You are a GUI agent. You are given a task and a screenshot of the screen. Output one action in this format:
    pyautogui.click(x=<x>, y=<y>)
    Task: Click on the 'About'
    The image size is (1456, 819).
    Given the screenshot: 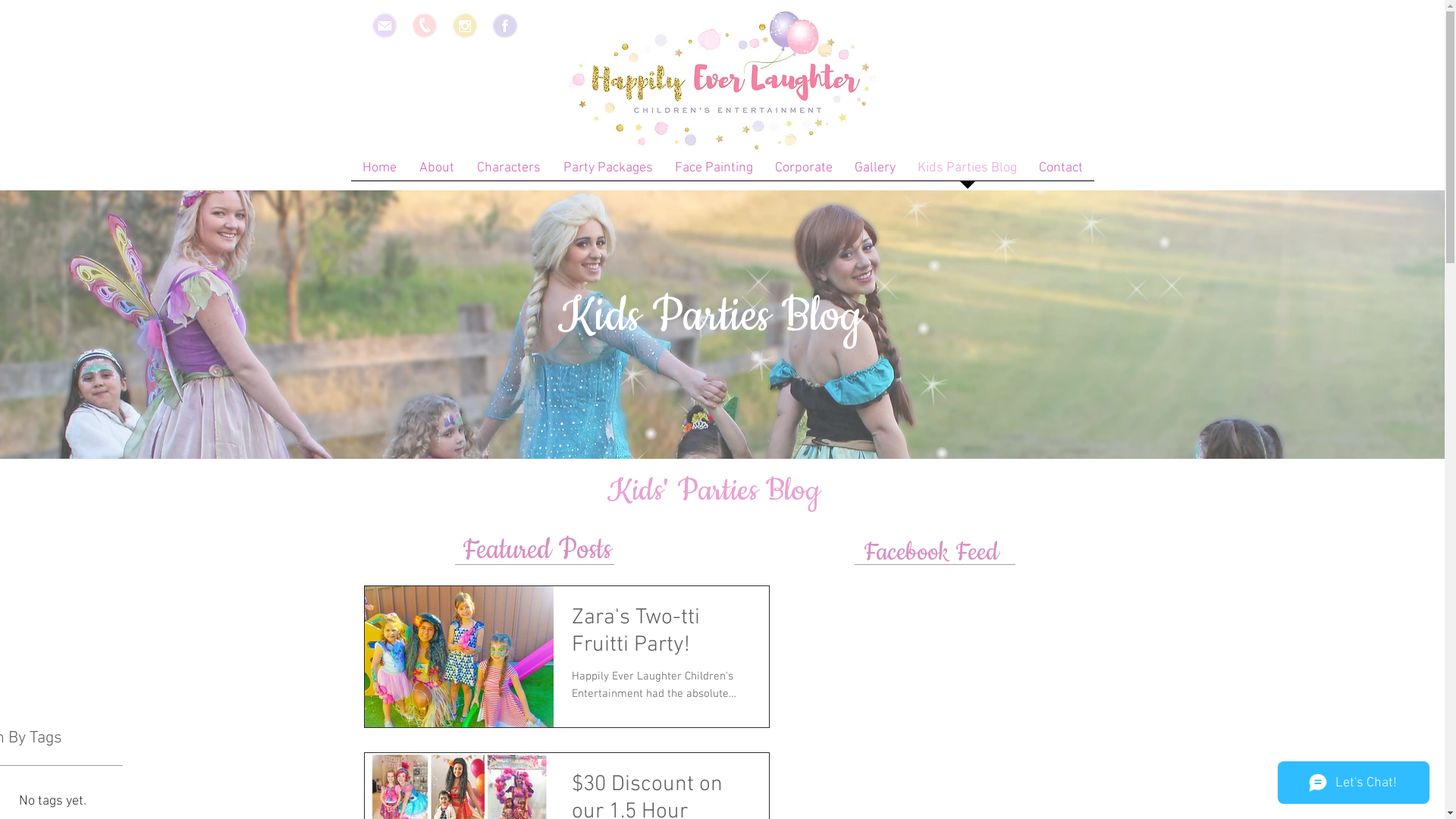 What is the action you would take?
    pyautogui.click(x=407, y=171)
    